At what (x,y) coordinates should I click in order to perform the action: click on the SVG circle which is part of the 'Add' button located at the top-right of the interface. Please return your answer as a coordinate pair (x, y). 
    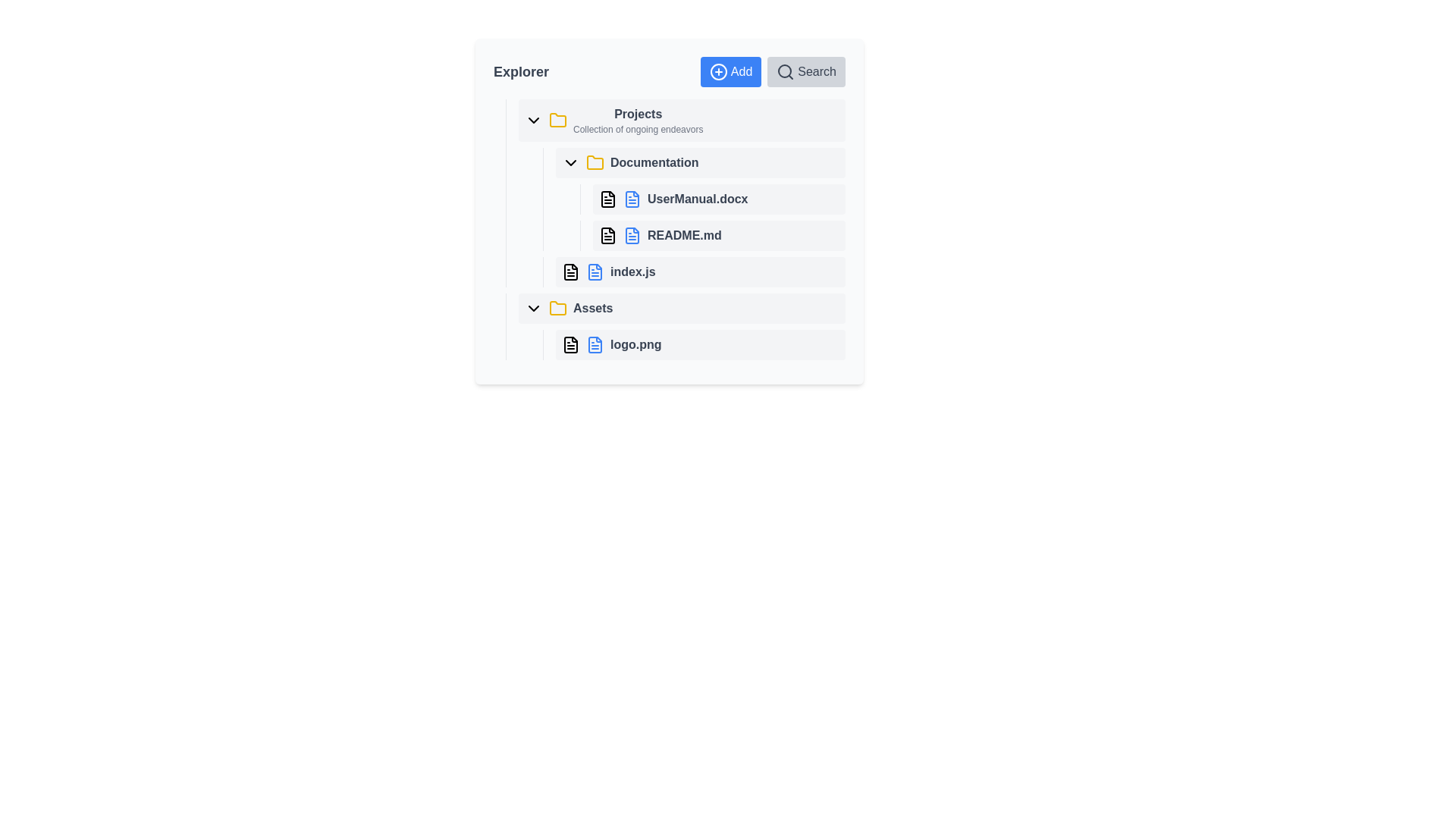
    Looking at the image, I should click on (717, 72).